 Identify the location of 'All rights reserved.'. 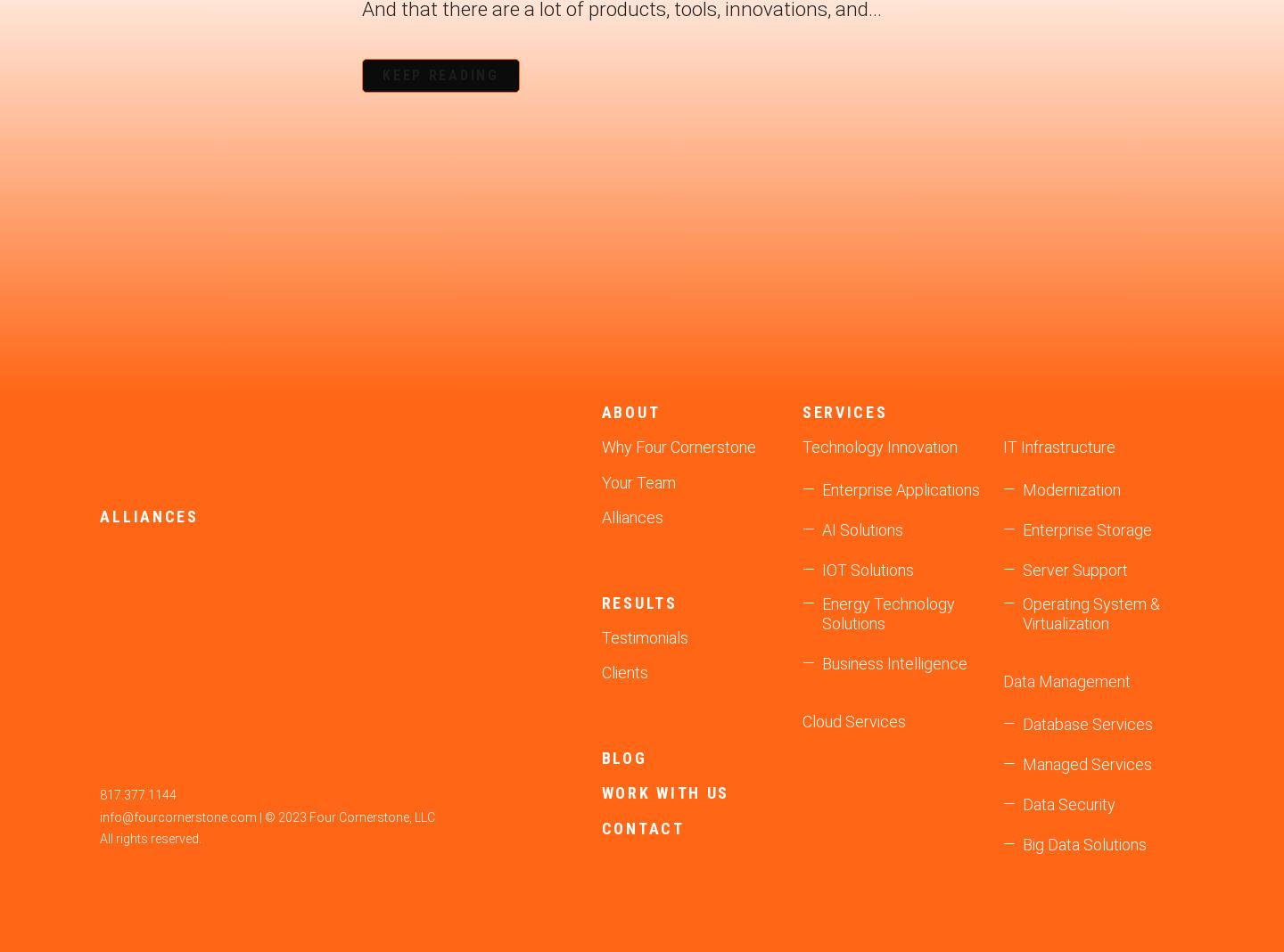
(150, 839).